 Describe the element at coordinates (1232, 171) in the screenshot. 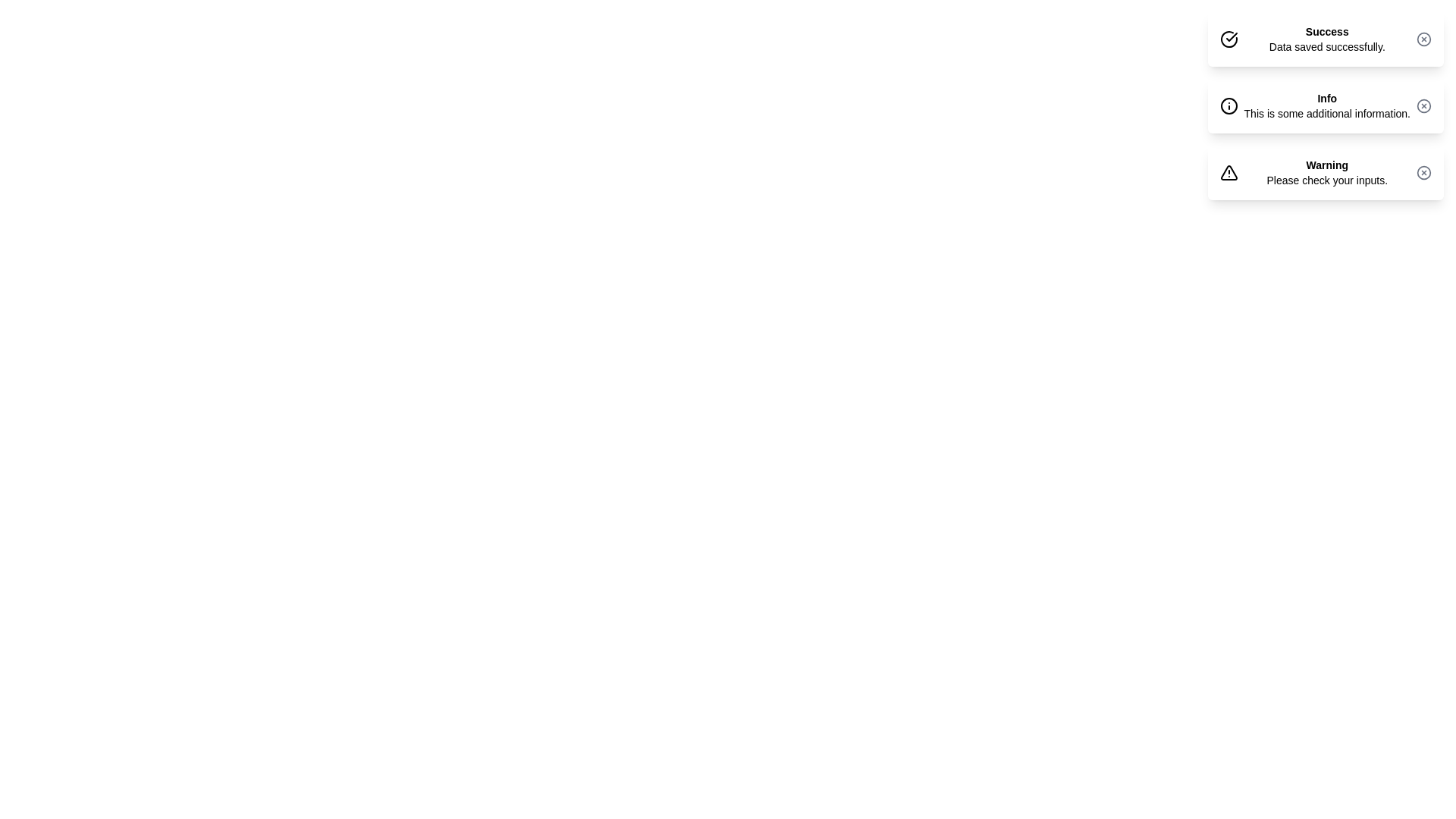

I see `the small triangular warning icon located on the leftmost side of the third warning notification panel that contains the text 'Warning' and 'Please check your inputs.'` at that location.